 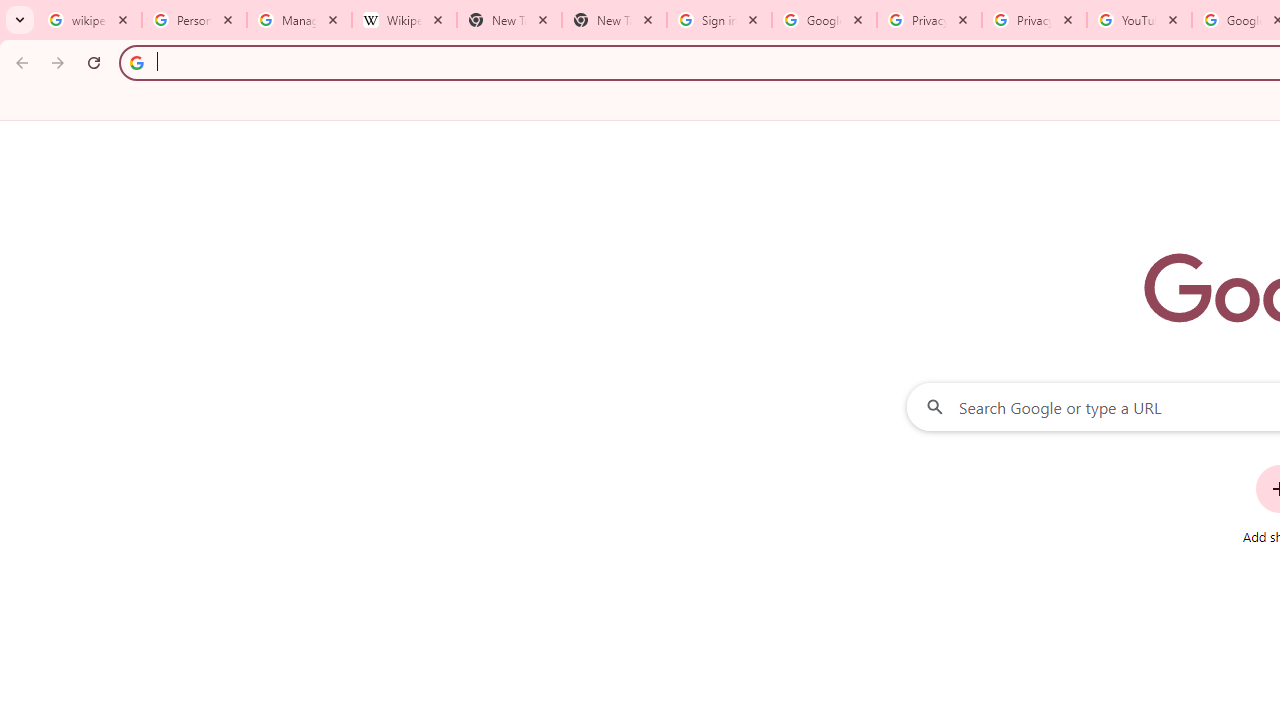 I want to click on 'Manage your Location History - Google Search Help', so click(x=298, y=20).